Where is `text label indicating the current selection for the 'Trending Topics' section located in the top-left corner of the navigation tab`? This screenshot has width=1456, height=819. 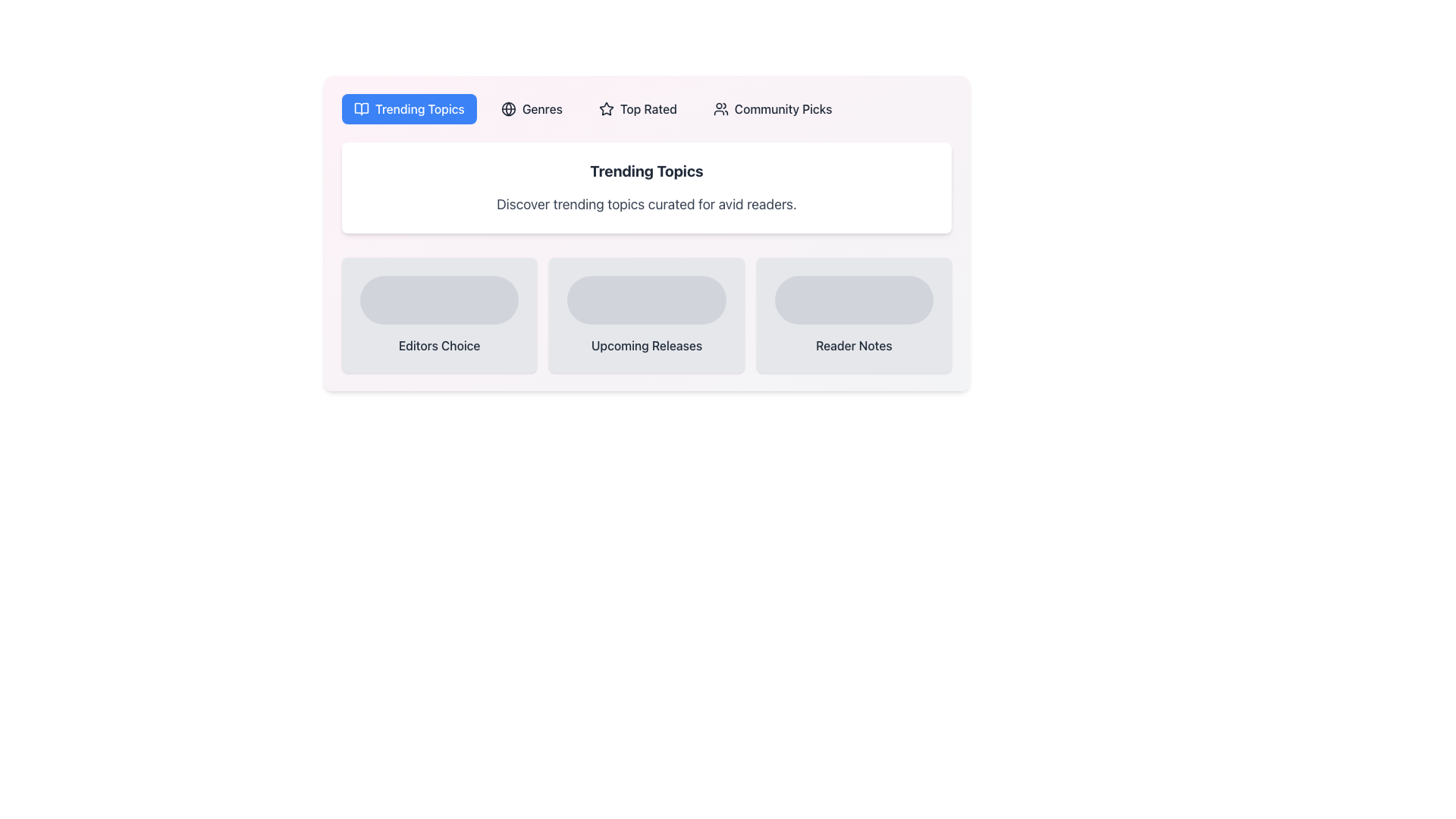
text label indicating the current selection for the 'Trending Topics' section located in the top-left corner of the navigation tab is located at coordinates (419, 108).